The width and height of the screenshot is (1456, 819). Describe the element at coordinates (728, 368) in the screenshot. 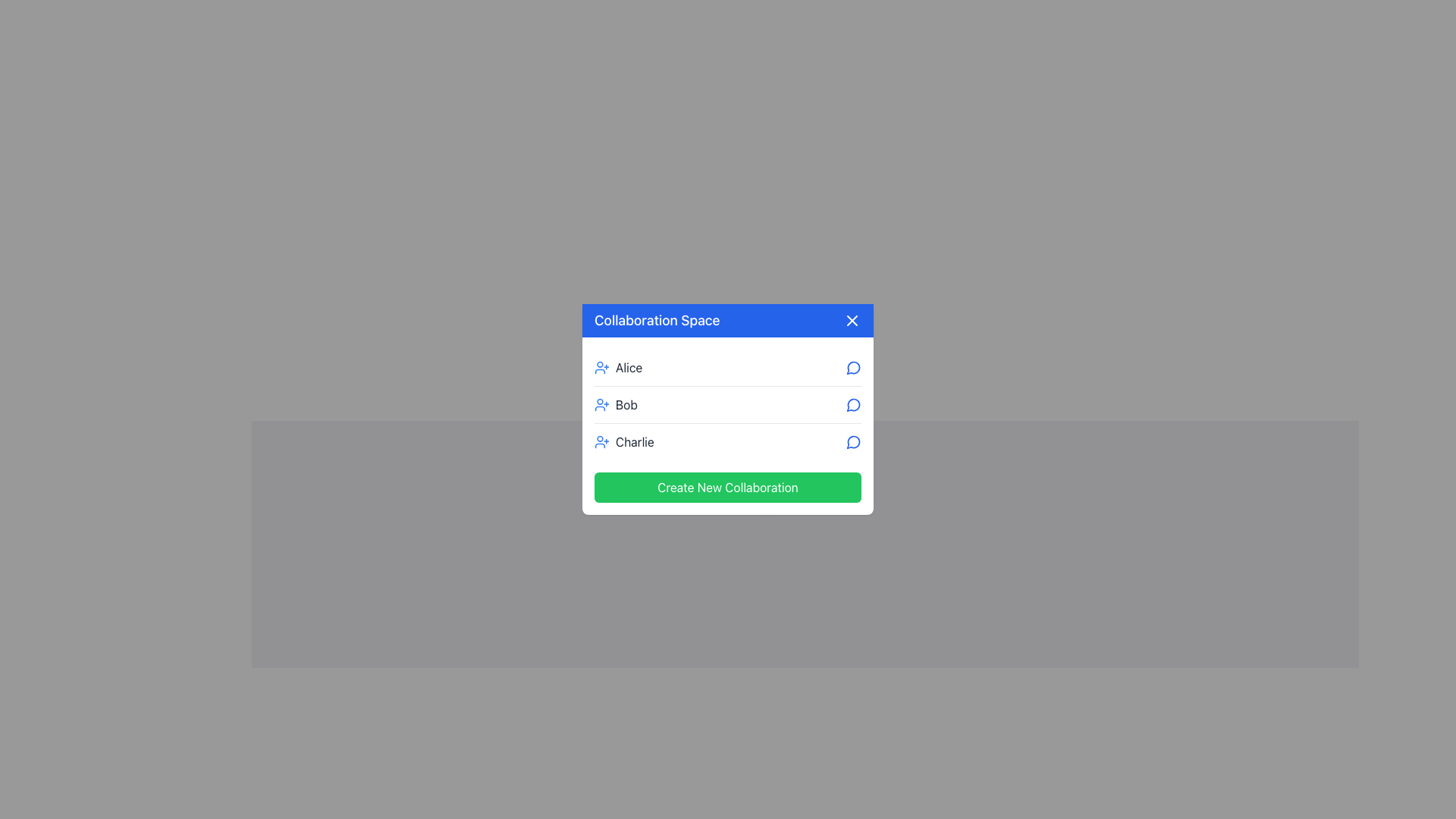

I see `the user list row representing 'Alice'` at that location.